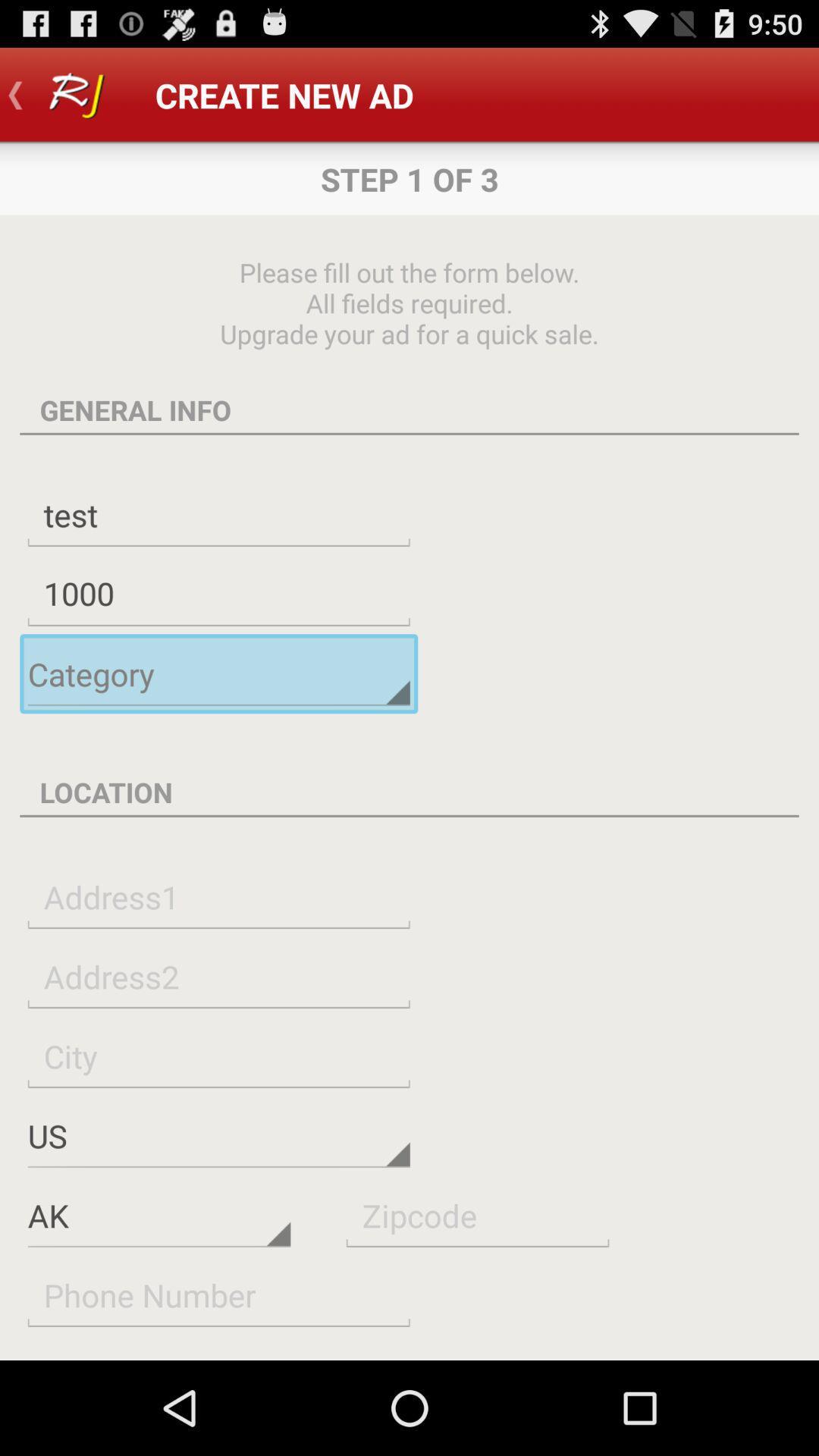 The width and height of the screenshot is (819, 1456). What do you see at coordinates (476, 1215) in the screenshot?
I see `type zipcode` at bounding box center [476, 1215].